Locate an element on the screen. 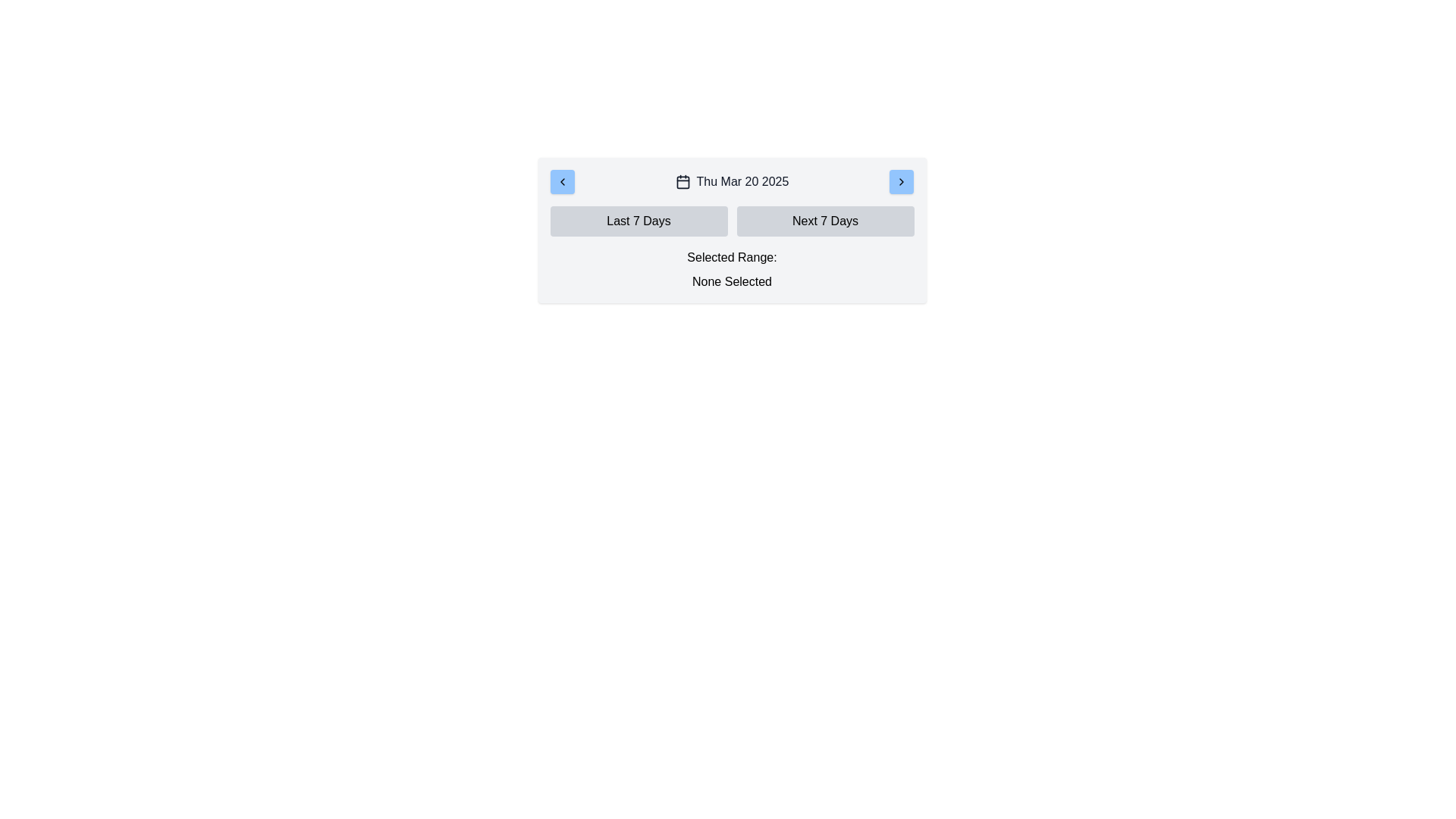 Image resolution: width=1456 pixels, height=819 pixels. the text display showing the date 'Thu Mar 20 2025' is located at coordinates (732, 180).